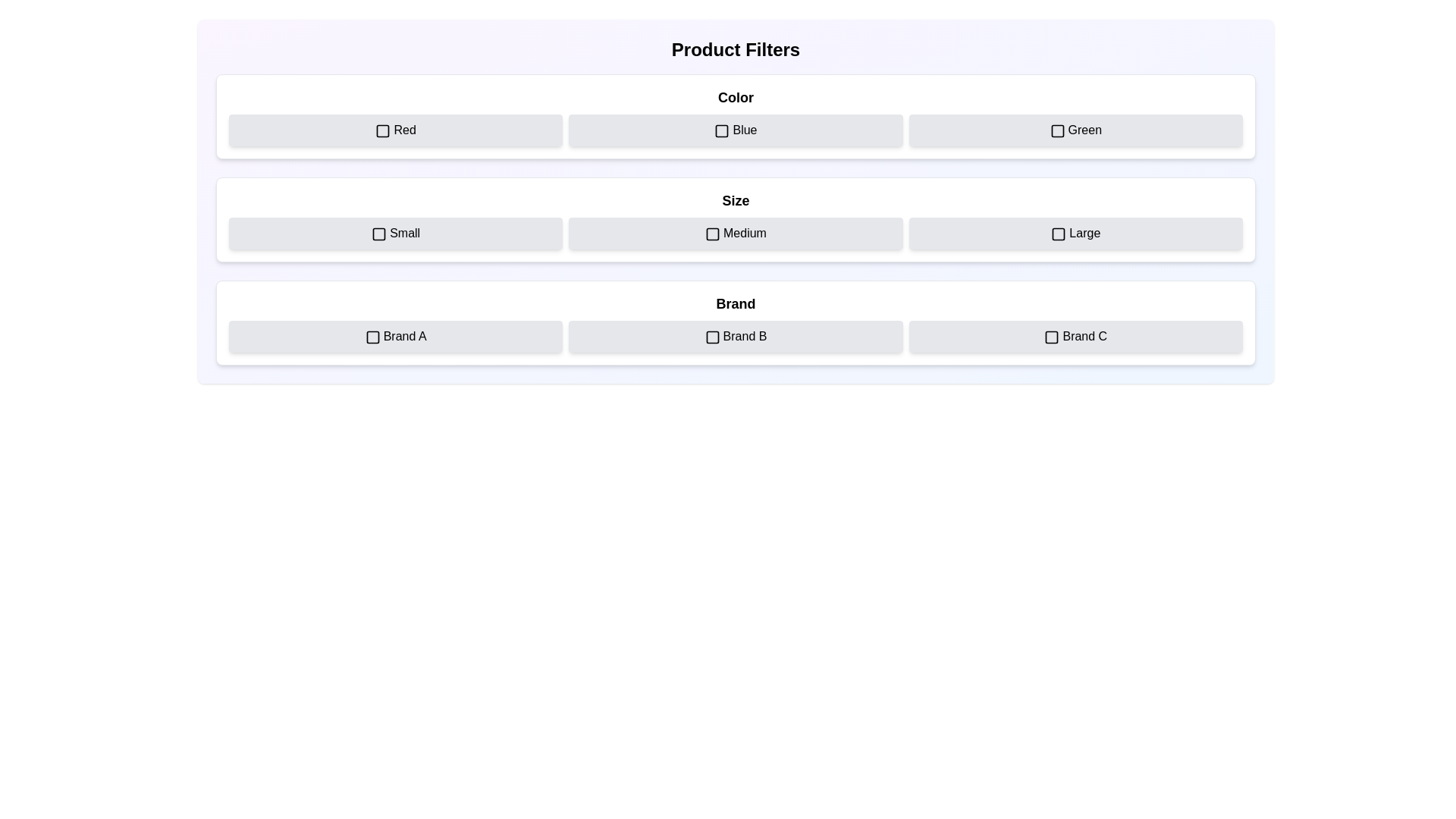 This screenshot has width=1456, height=819. I want to click on the checkbox button for filtering items by the color green, so click(1075, 130).